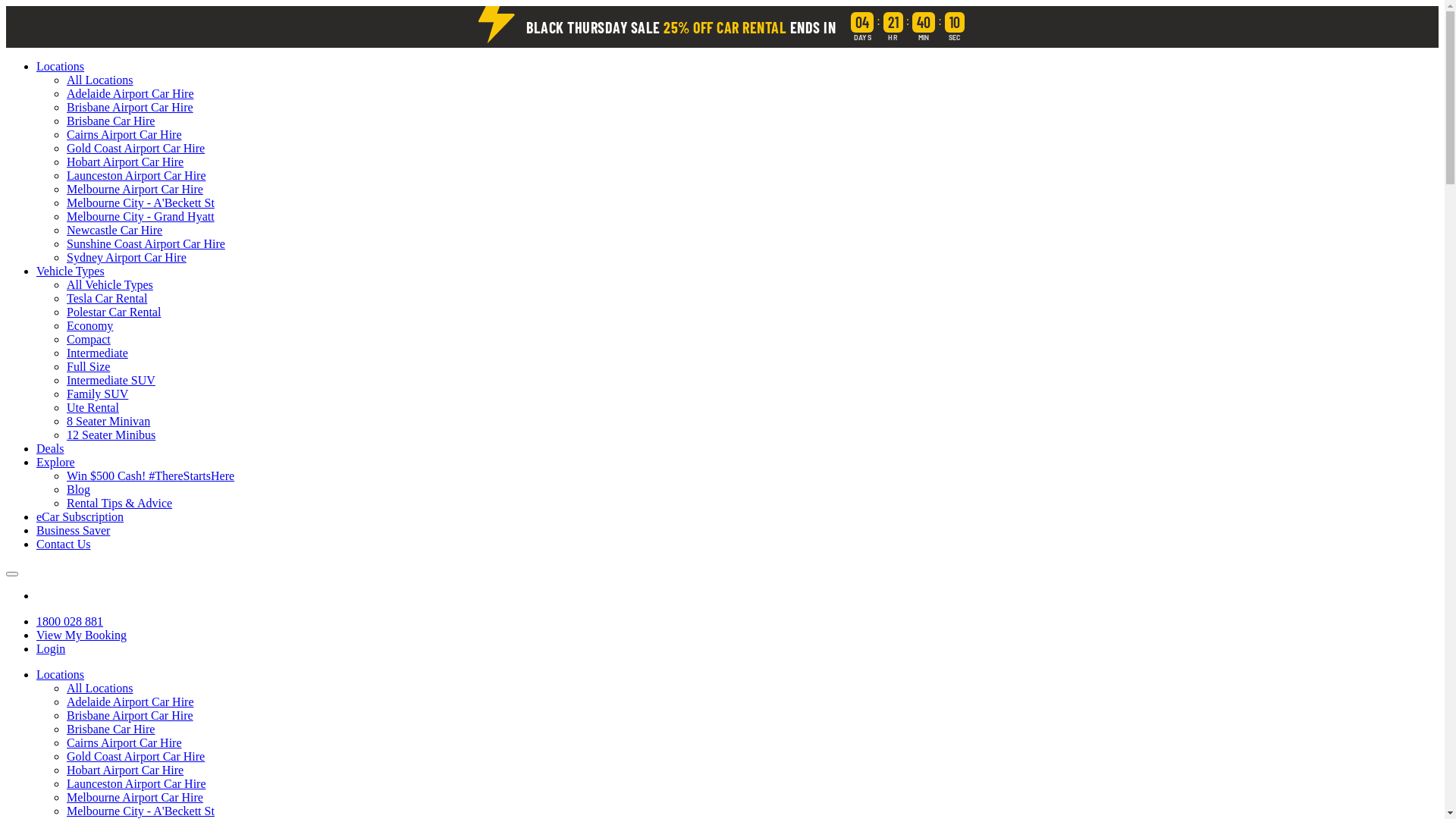  I want to click on '8 Seater Minivan', so click(108, 421).